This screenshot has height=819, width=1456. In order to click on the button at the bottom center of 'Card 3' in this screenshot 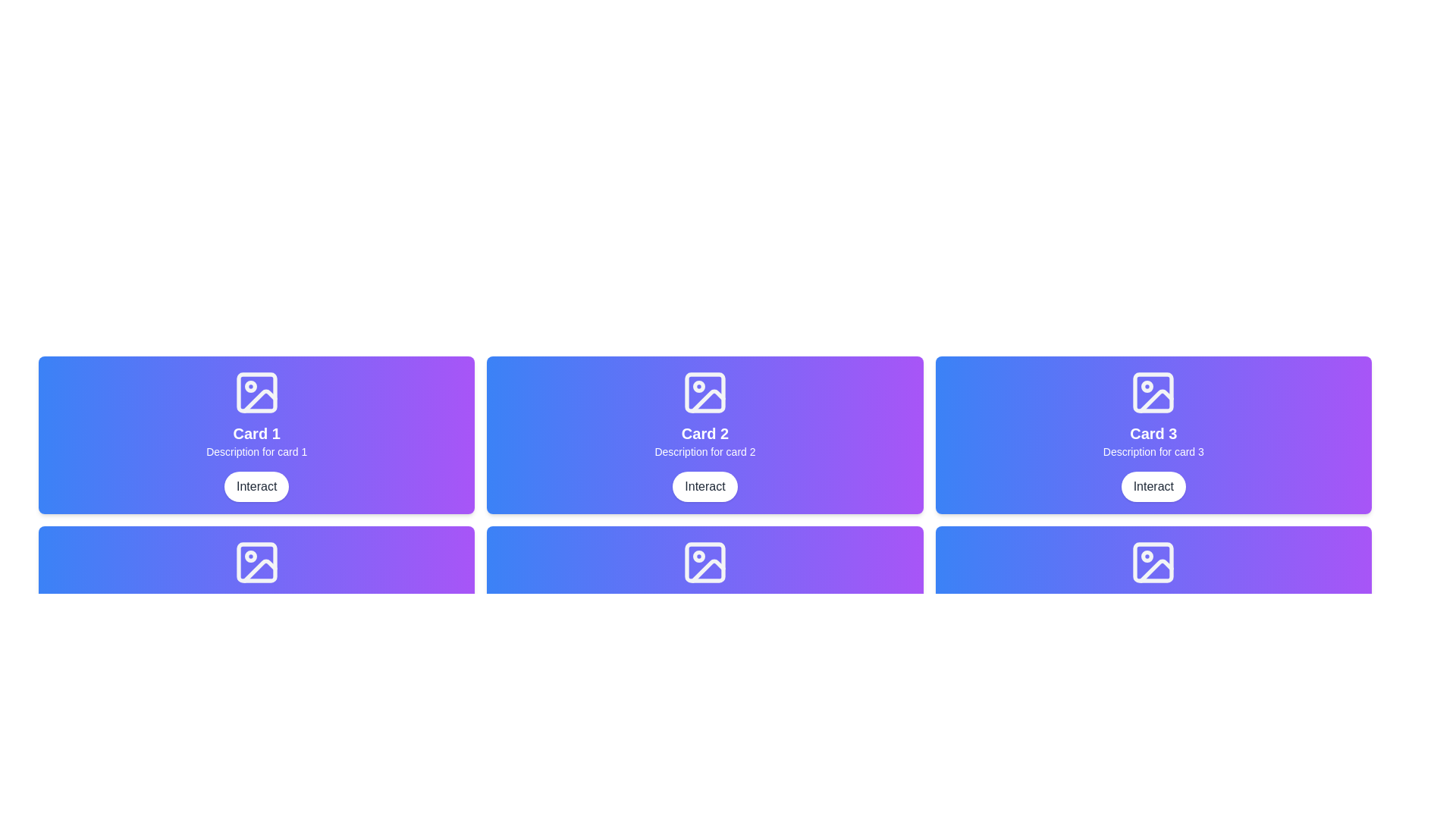, I will do `click(1153, 486)`.